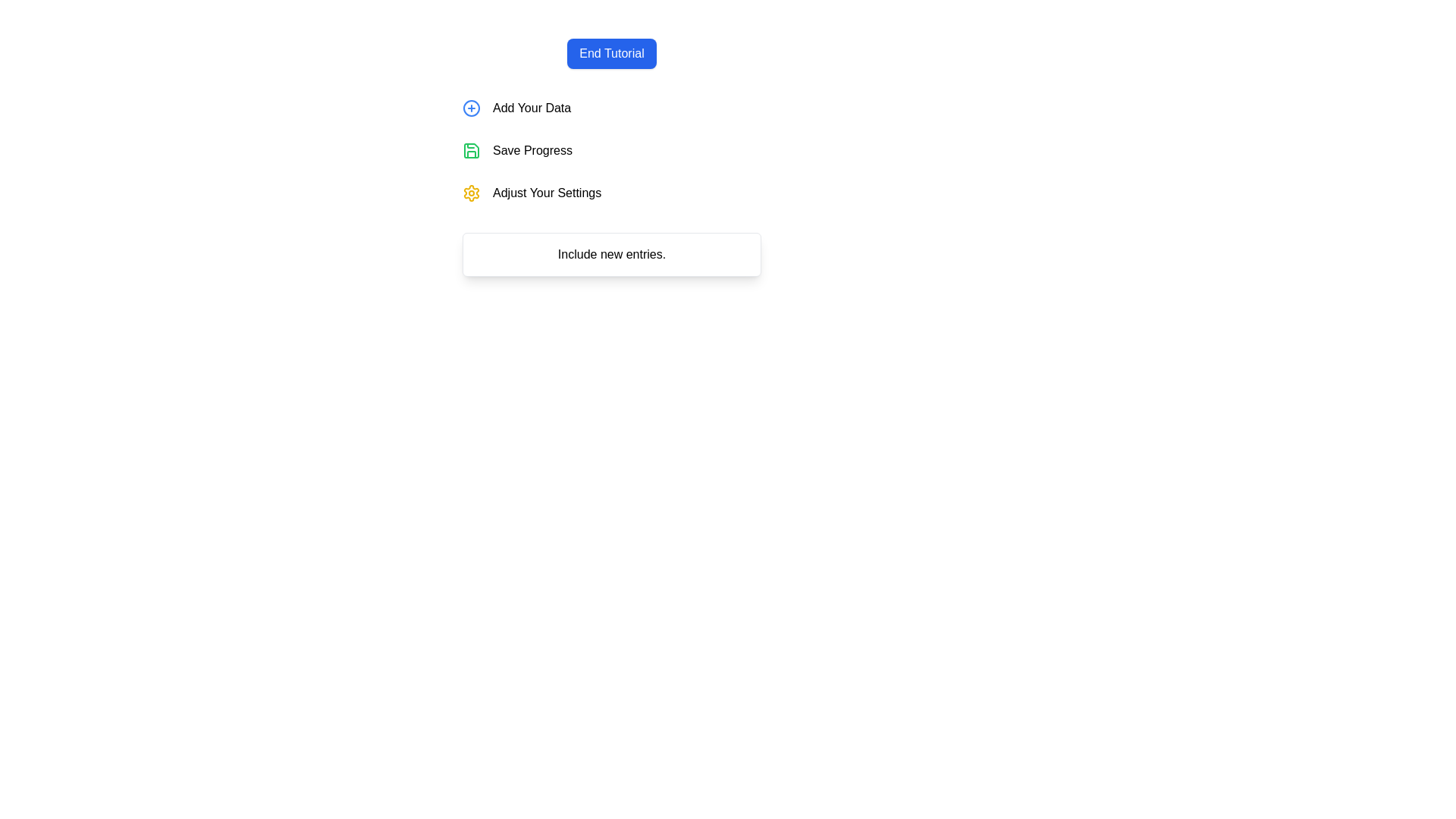 Image resolution: width=1456 pixels, height=819 pixels. What do you see at coordinates (532, 151) in the screenshot?
I see `the 'Save Progress' text label, which is positioned below the 'Add Your Data' button and above the 'Adjust Your Settings' item, and is visually grouped with a green save icon to its left` at bounding box center [532, 151].